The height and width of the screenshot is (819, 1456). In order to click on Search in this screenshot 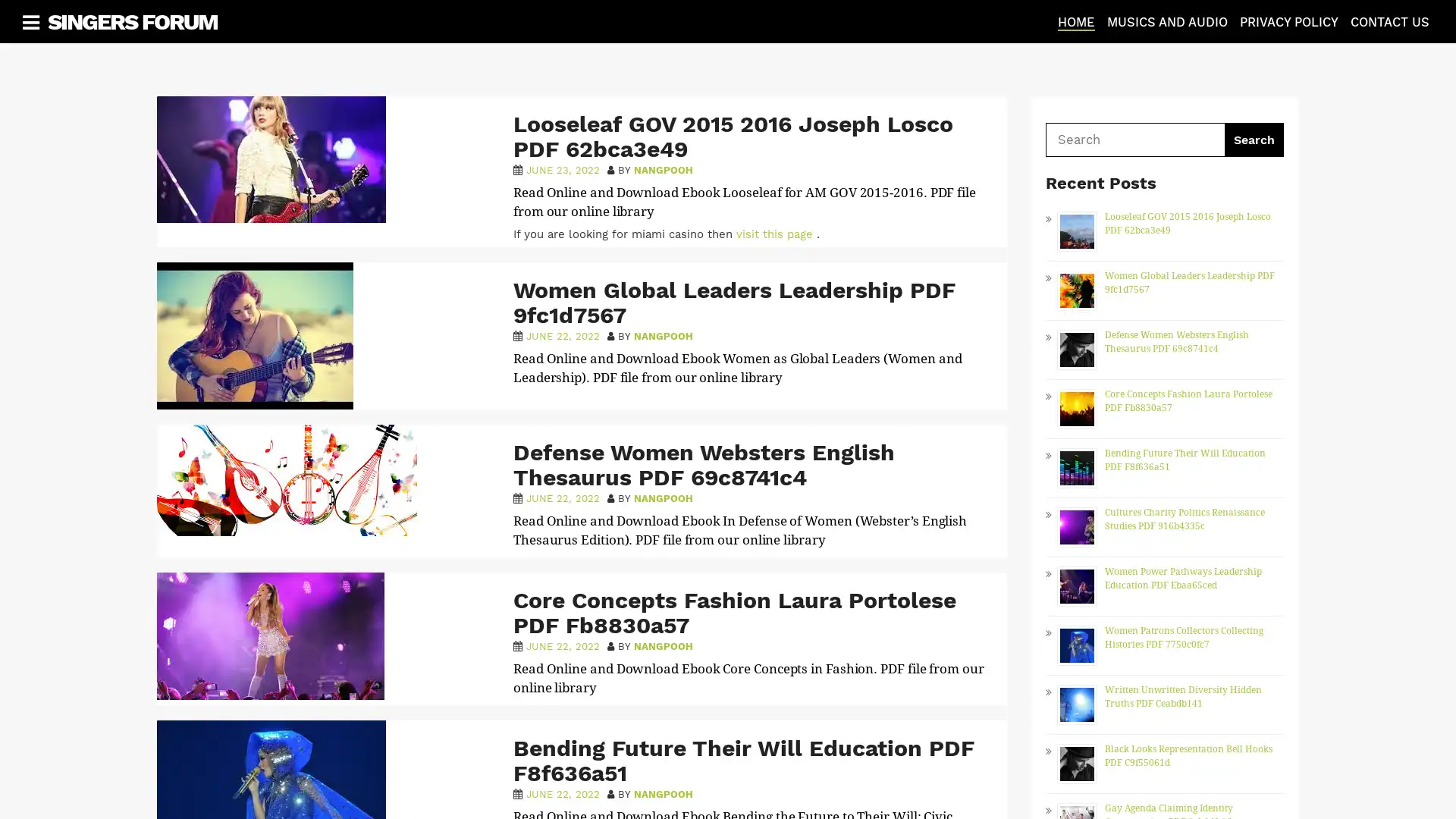, I will do `click(1254, 140)`.